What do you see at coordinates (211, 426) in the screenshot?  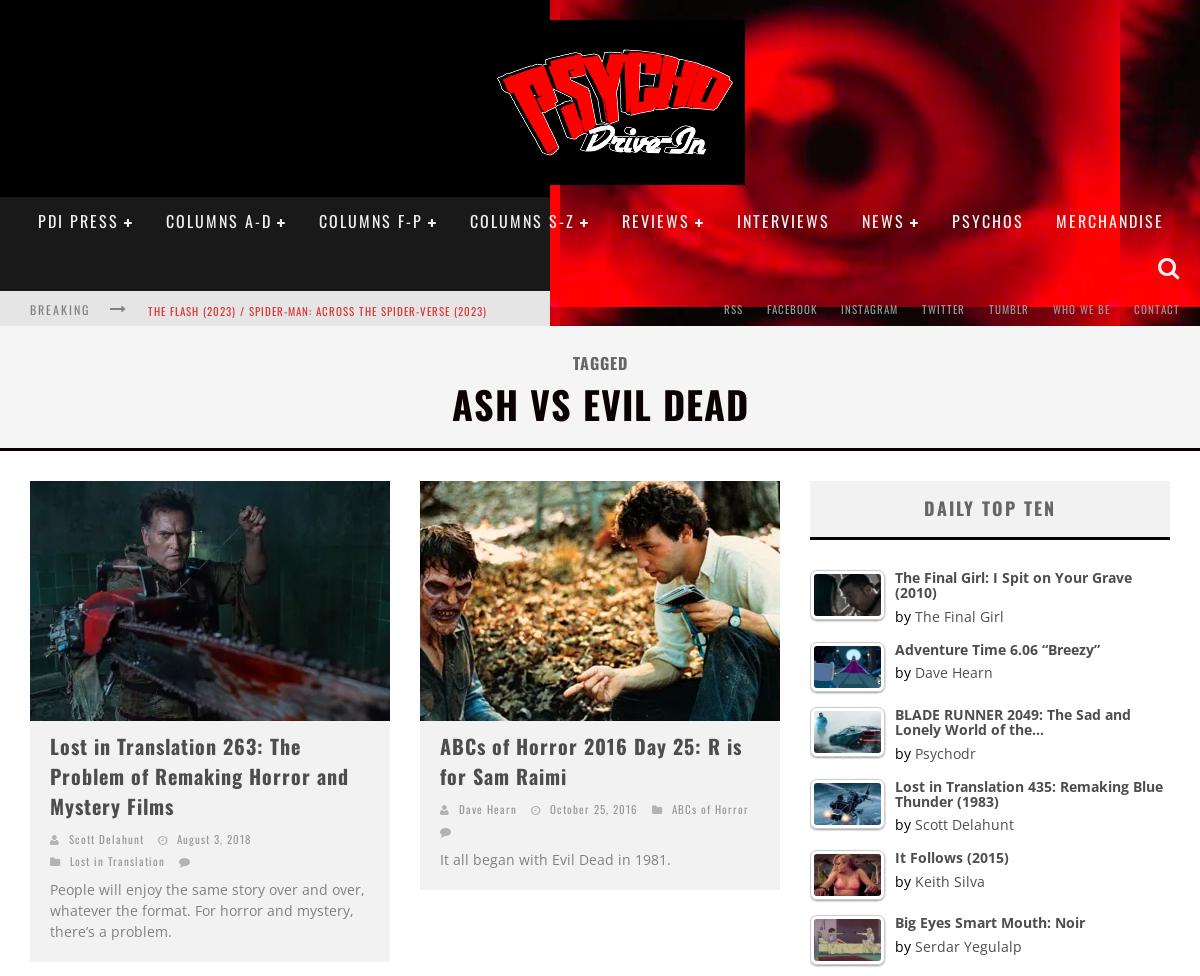 I see `'Obstacle Corpse (2022)'` at bounding box center [211, 426].